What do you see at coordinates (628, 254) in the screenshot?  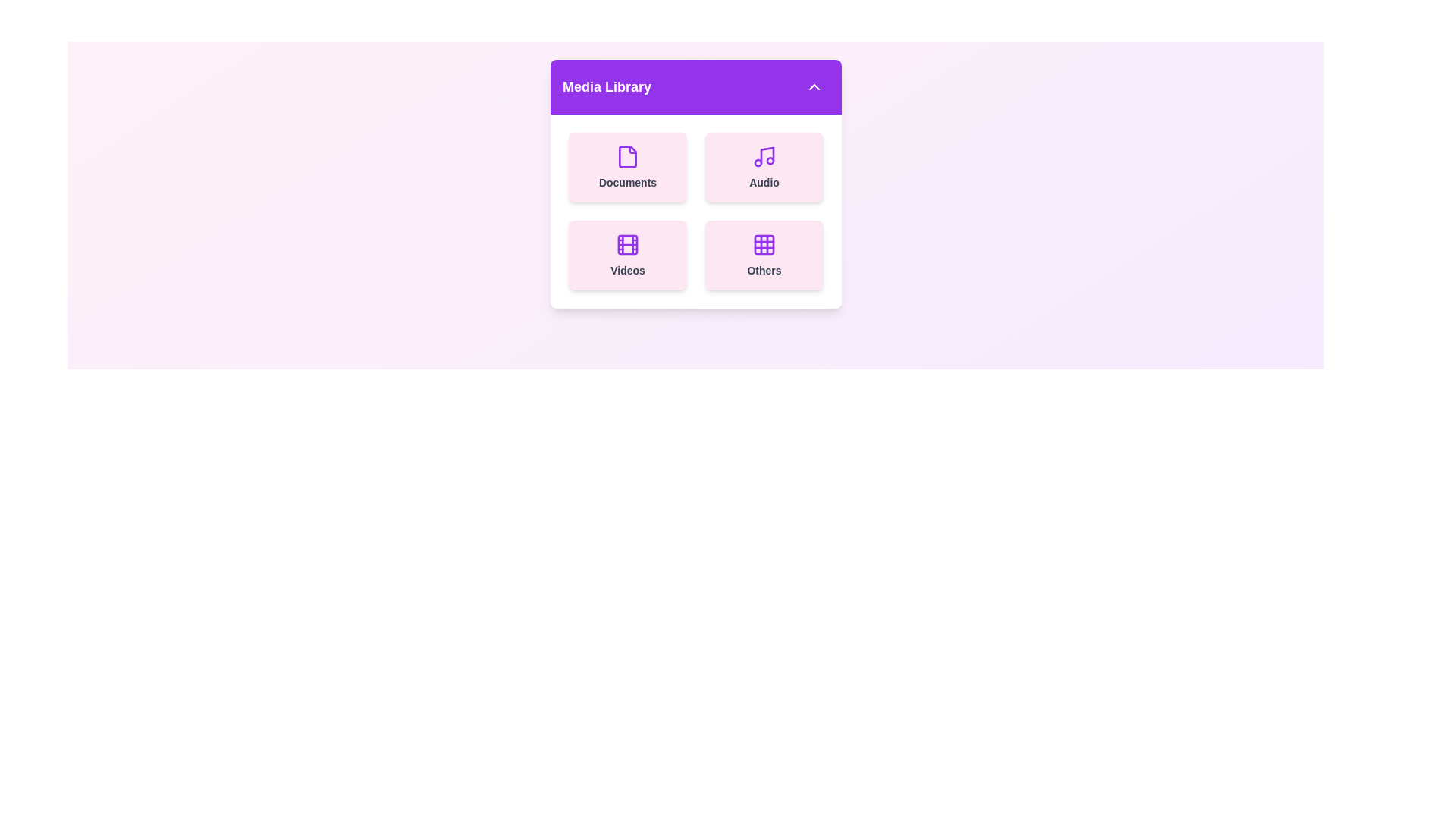 I see `the 'Videos' card in the Media Library menu` at bounding box center [628, 254].